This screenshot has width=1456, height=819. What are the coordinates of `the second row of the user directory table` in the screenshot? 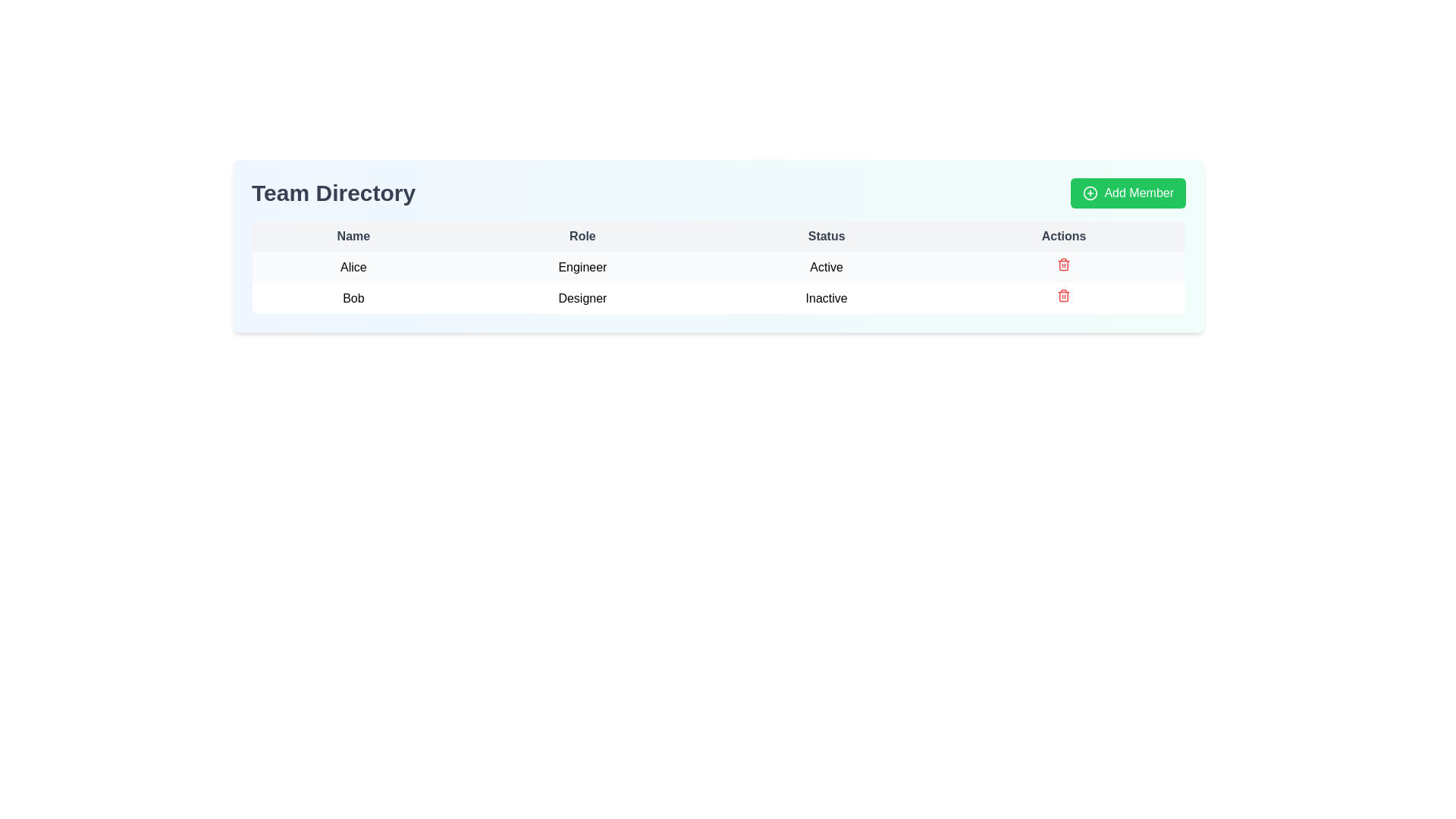 It's located at (718, 298).